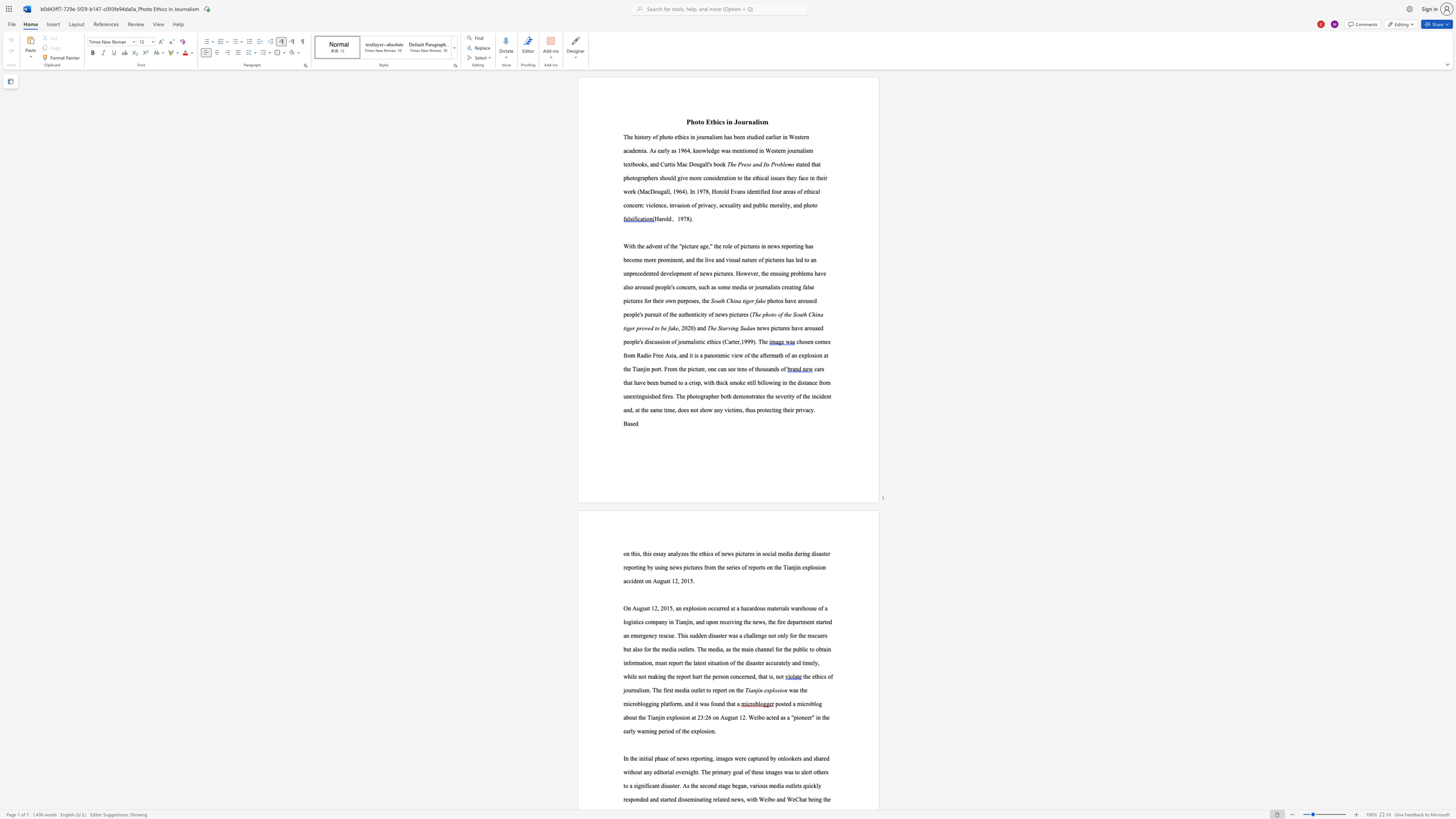 The image size is (1456, 819). I want to click on the 1th character "o" in the text, so click(696, 122).